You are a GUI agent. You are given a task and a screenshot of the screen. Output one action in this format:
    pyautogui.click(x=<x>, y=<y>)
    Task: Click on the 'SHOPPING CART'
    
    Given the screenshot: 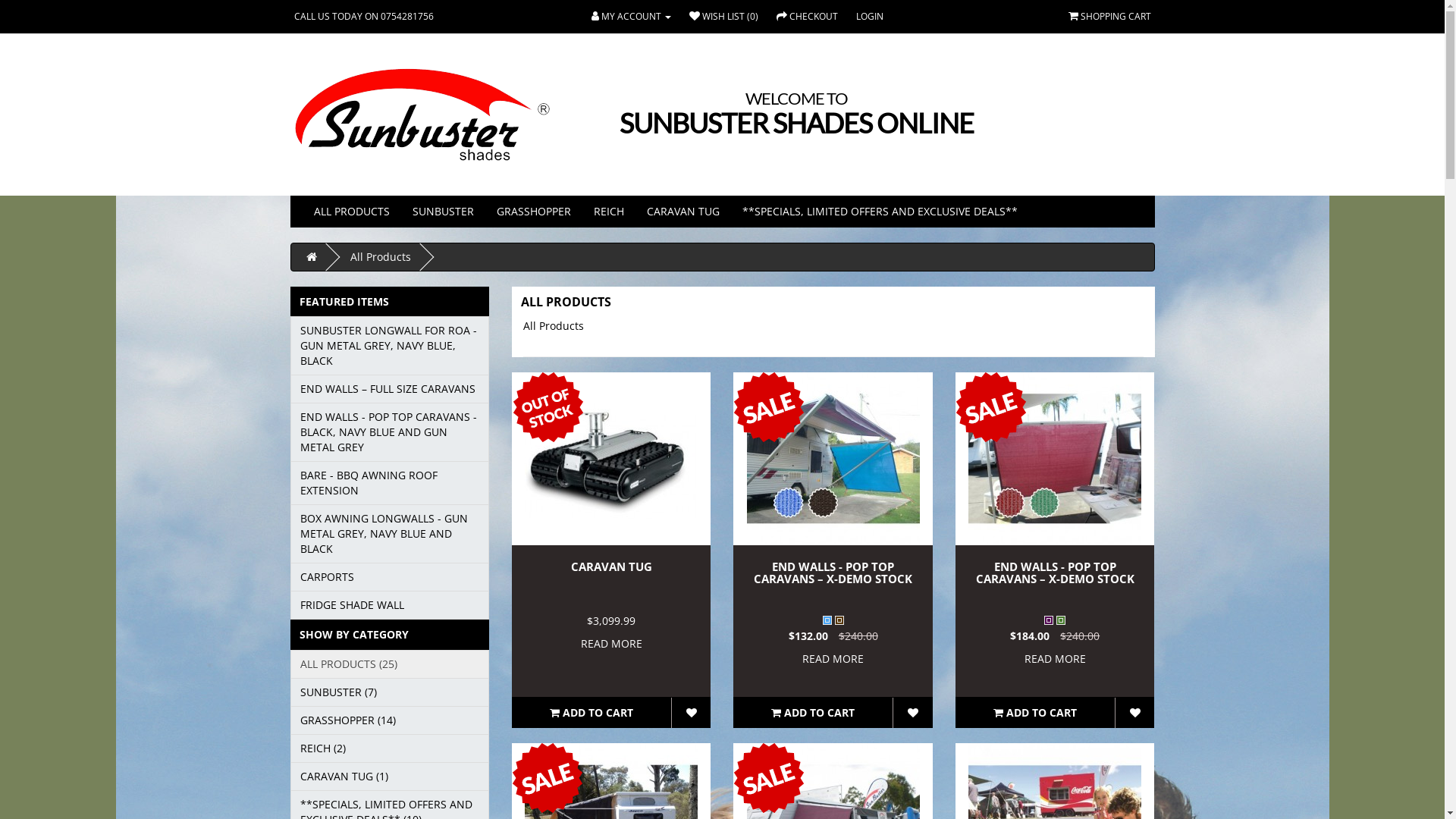 What is the action you would take?
    pyautogui.click(x=1066, y=16)
    